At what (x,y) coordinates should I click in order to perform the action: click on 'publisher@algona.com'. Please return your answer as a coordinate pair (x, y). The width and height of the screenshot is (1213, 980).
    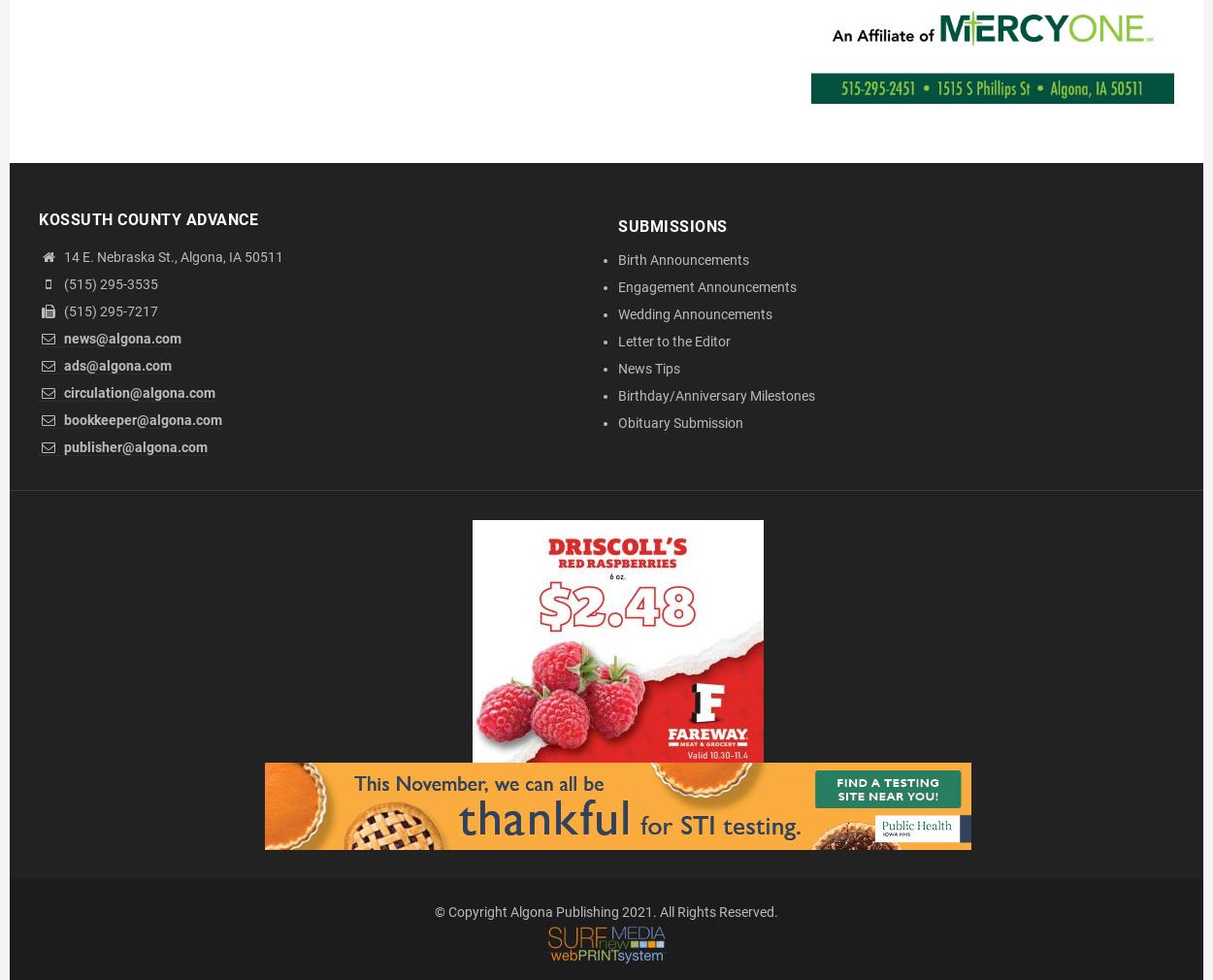
    Looking at the image, I should click on (60, 445).